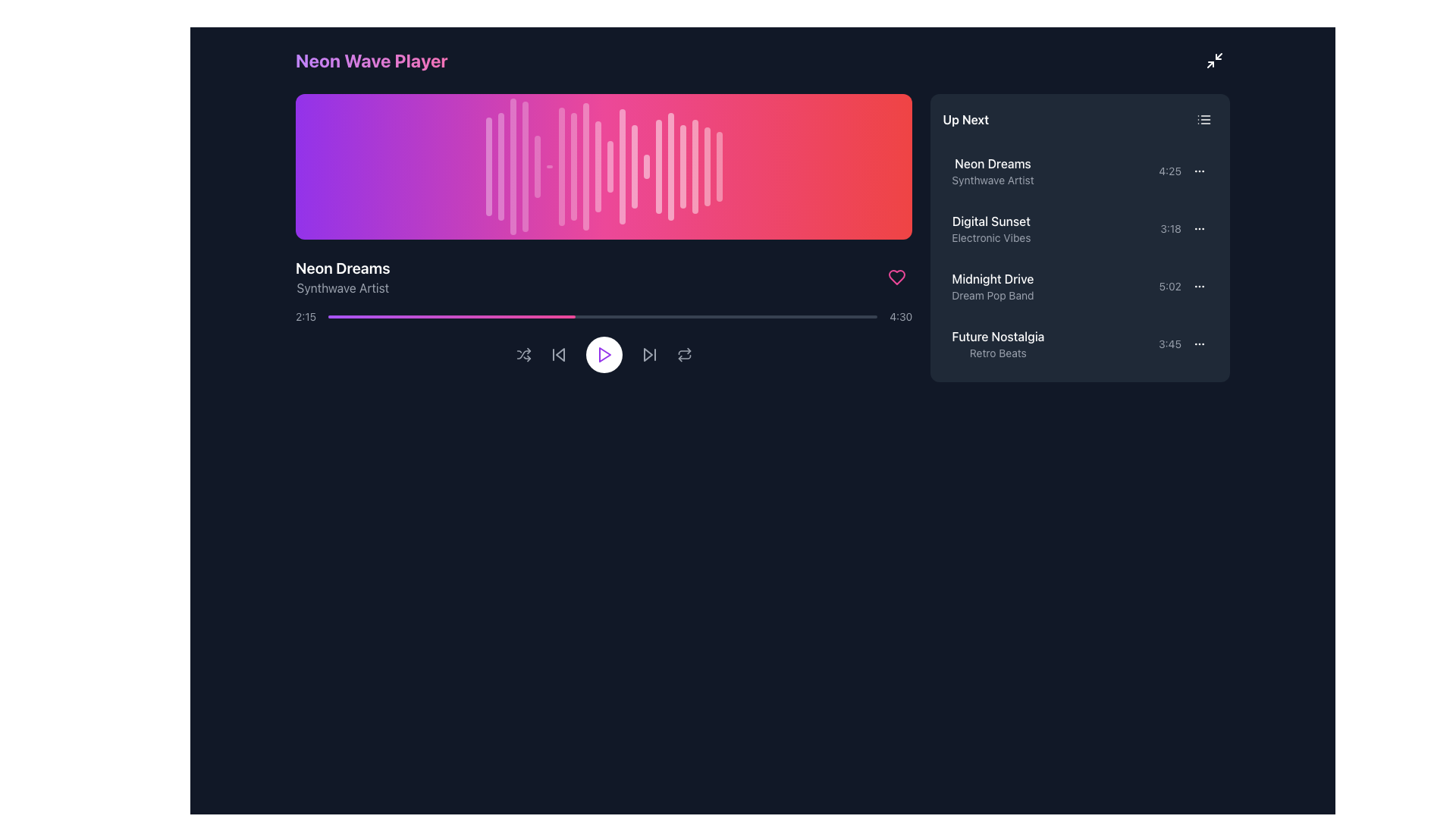 This screenshot has width=1456, height=819. What do you see at coordinates (1182, 344) in the screenshot?
I see `the text label displaying '3:45' with the associated menu icon (three dots) located in the bottom section of the 'Up Next' list in the right sidebar of the application, corresponding to 'Future Nostalgia' with the subtitle 'Retro Beats'` at bounding box center [1182, 344].